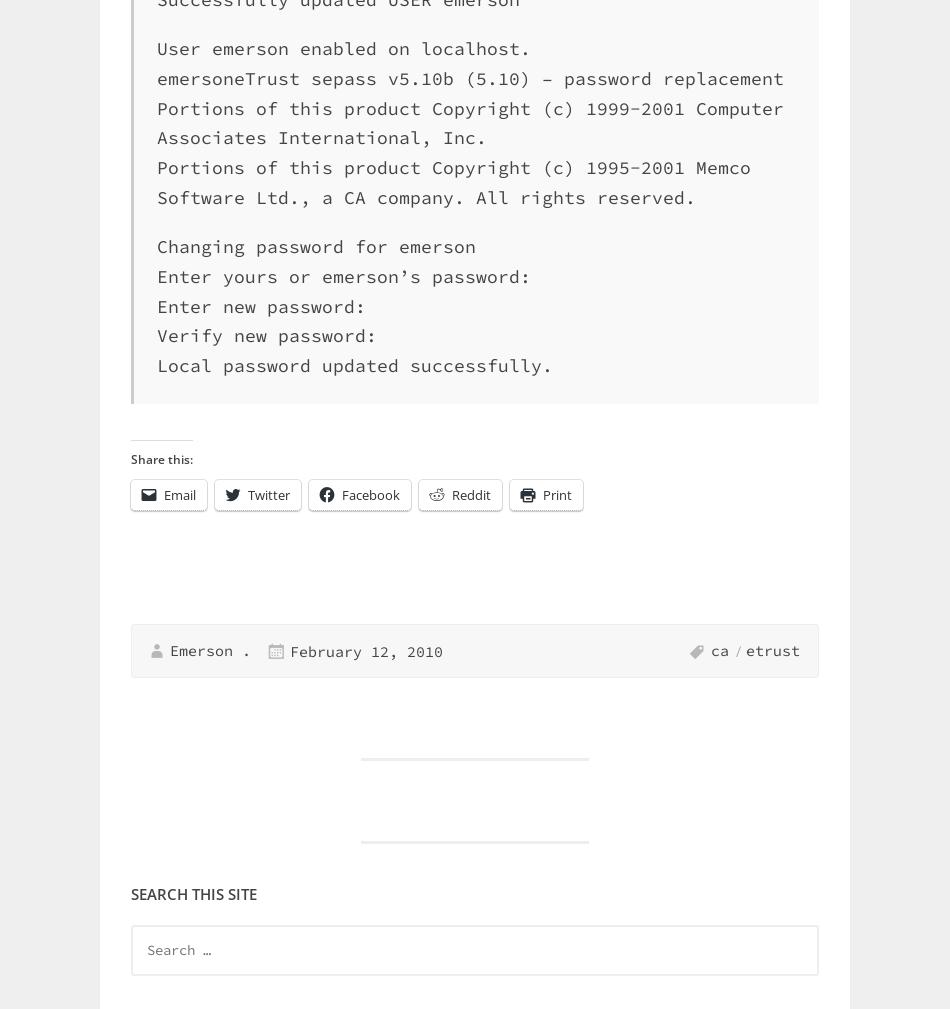 Image resolution: width=950 pixels, height=1009 pixels. I want to click on 'Facebook', so click(369, 494).